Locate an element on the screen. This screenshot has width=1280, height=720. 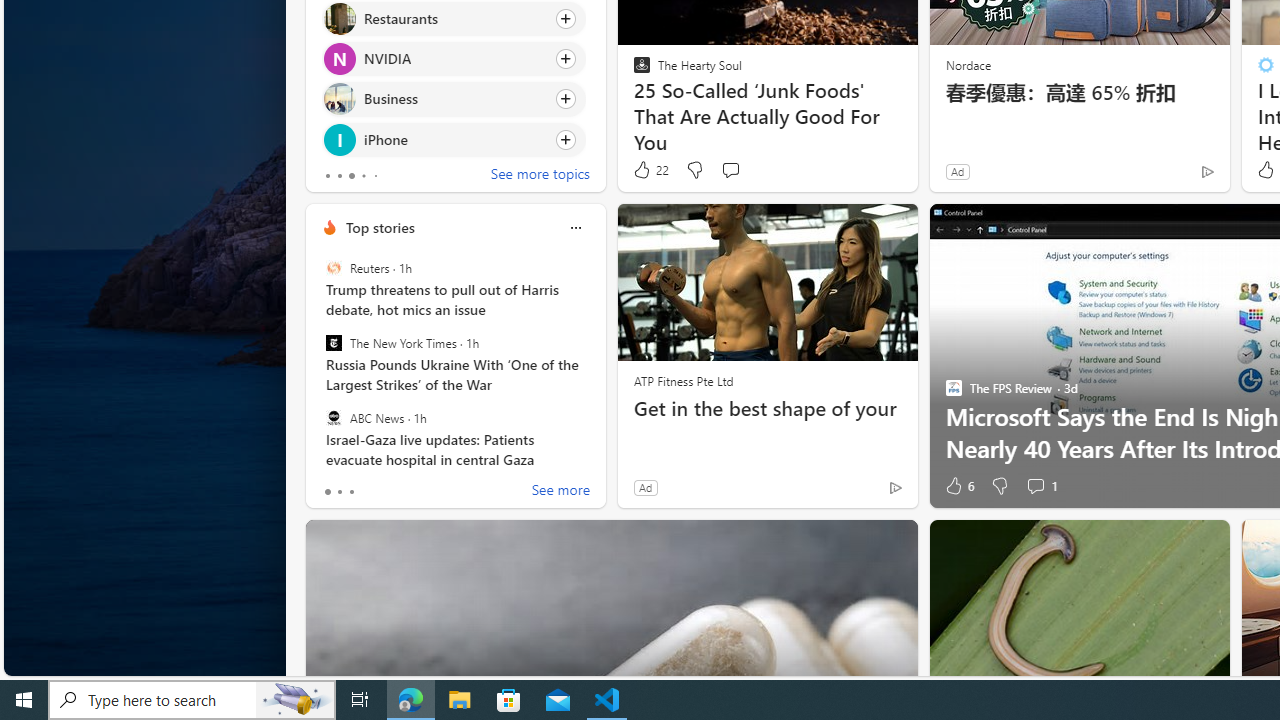
'tab-0' is located at coordinates (327, 492).